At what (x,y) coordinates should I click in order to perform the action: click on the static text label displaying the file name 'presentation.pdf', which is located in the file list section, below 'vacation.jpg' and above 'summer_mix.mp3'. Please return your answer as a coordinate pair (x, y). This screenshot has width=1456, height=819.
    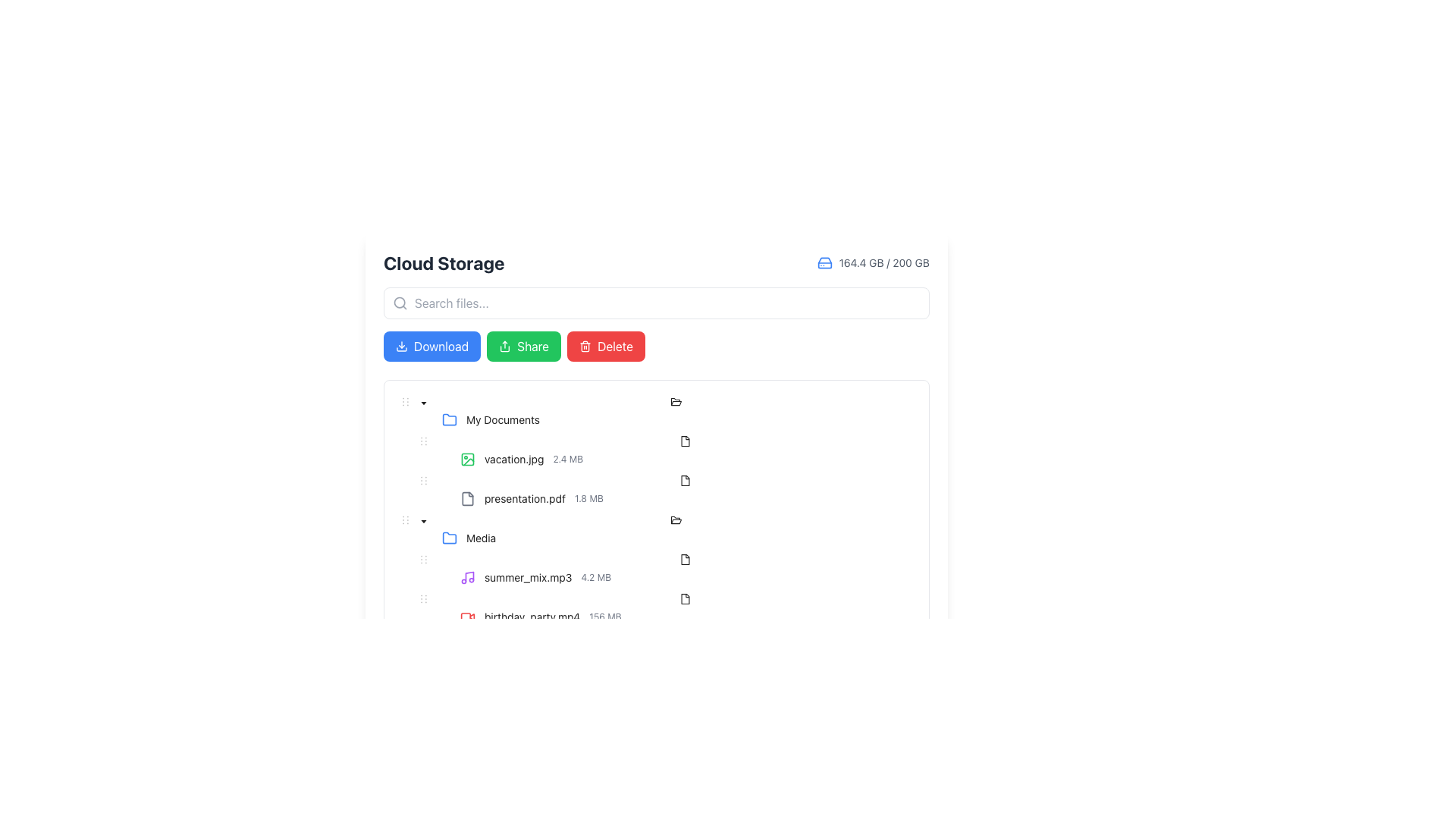
    Looking at the image, I should click on (525, 499).